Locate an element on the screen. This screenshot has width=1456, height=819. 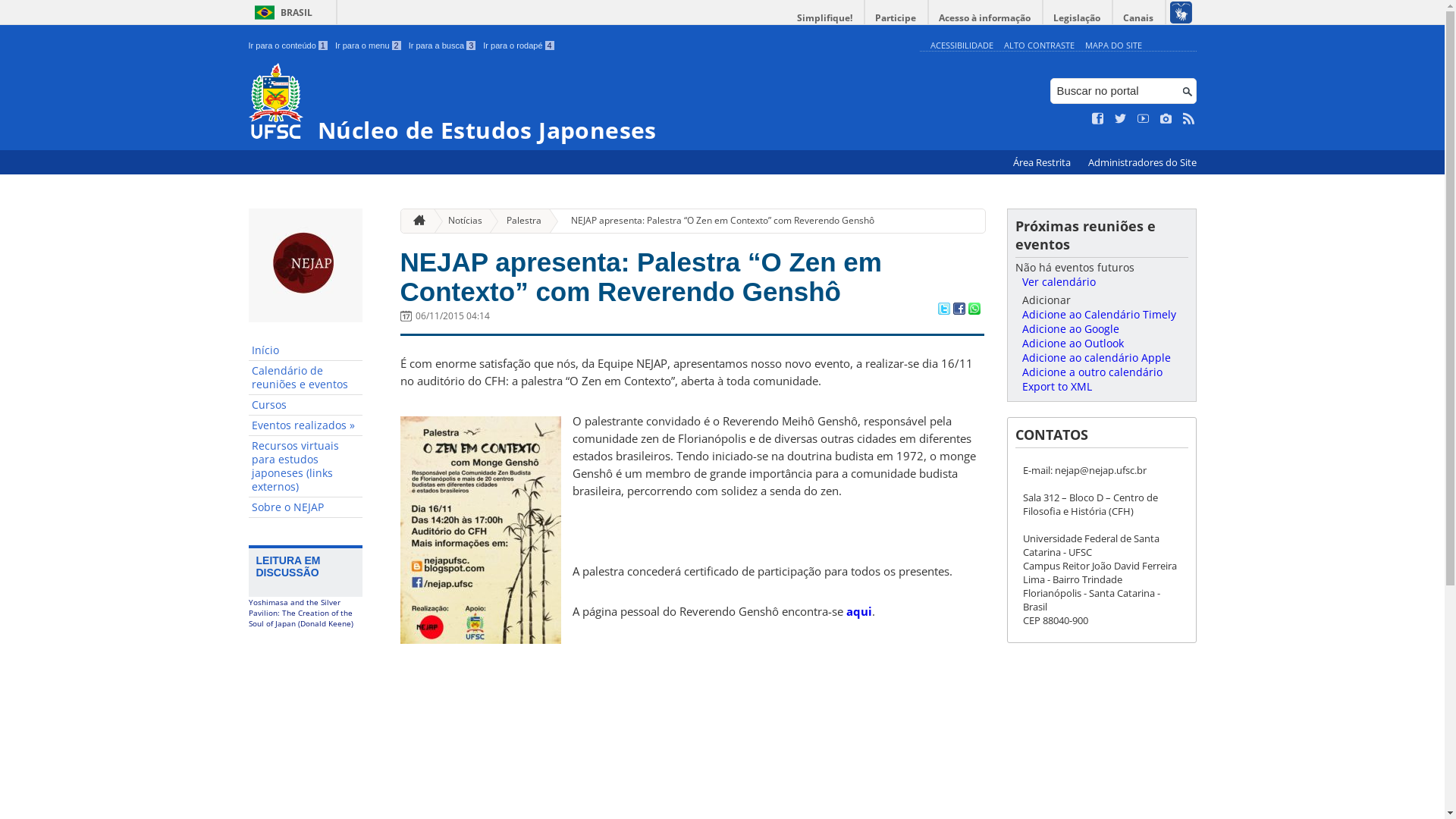
'ACESSIBILIDADE' is located at coordinates (928, 44).